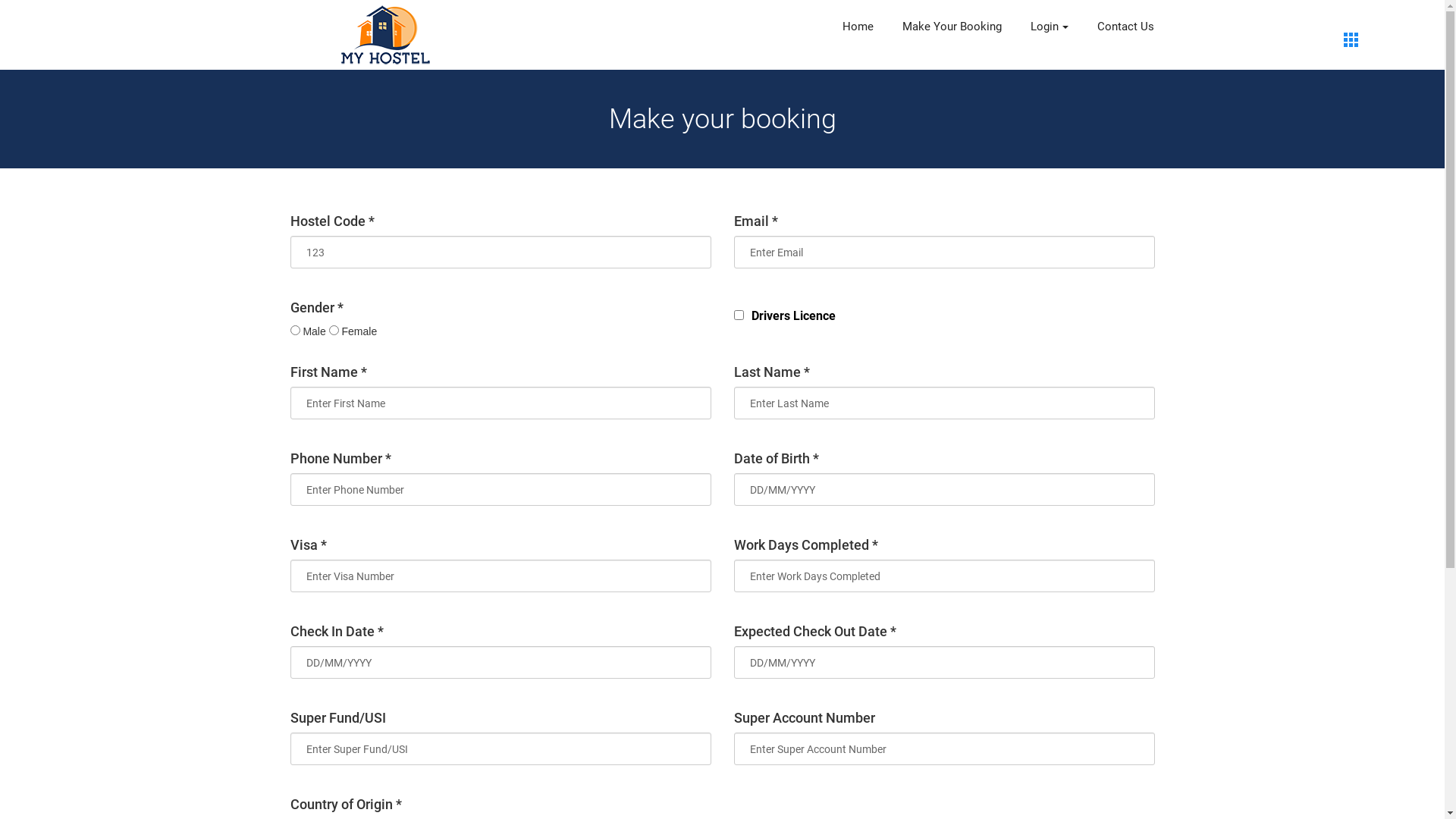  What do you see at coordinates (1125, 27) in the screenshot?
I see `'Contact Us'` at bounding box center [1125, 27].